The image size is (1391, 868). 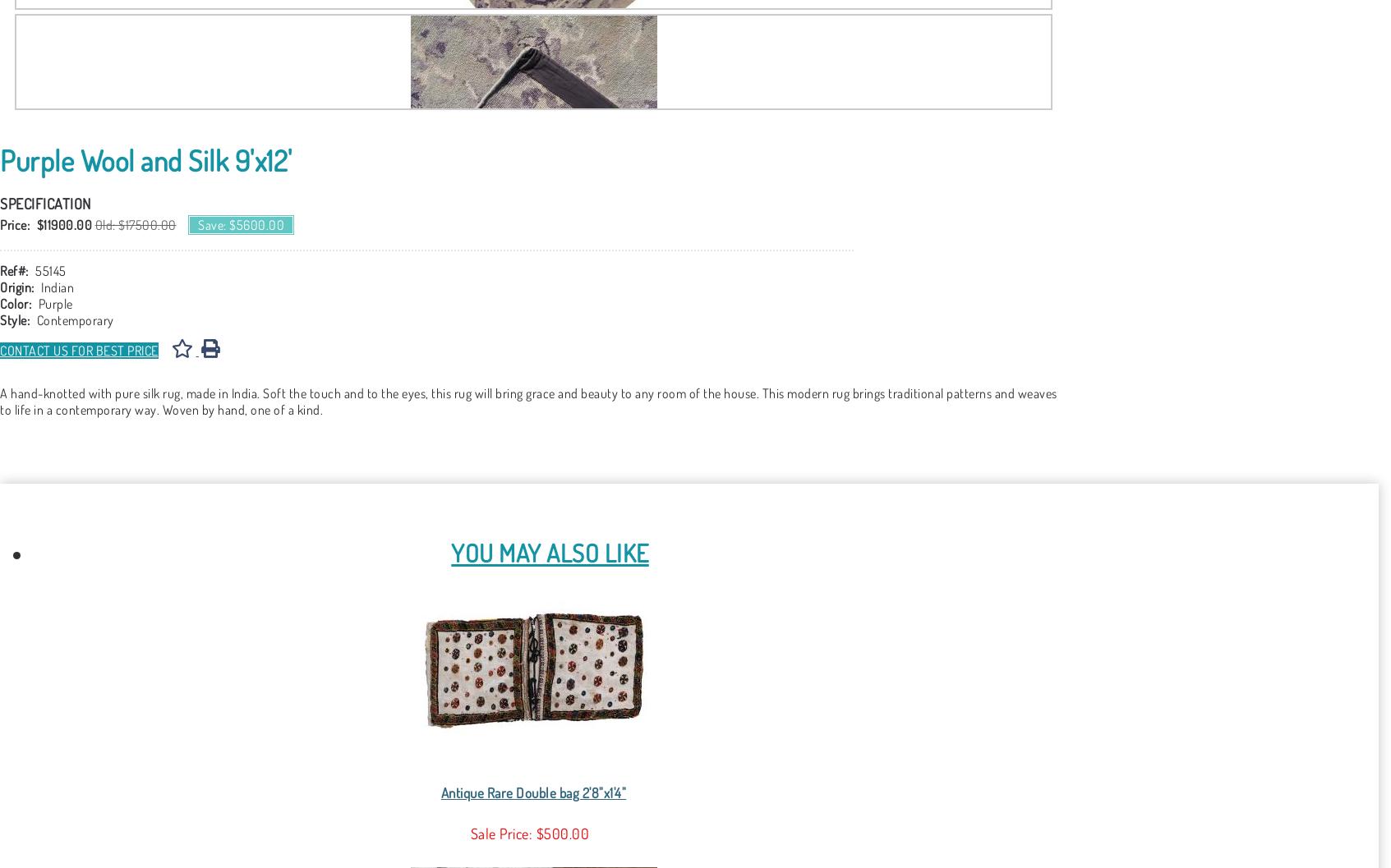 I want to click on 'Ref#:', so click(x=12, y=270).